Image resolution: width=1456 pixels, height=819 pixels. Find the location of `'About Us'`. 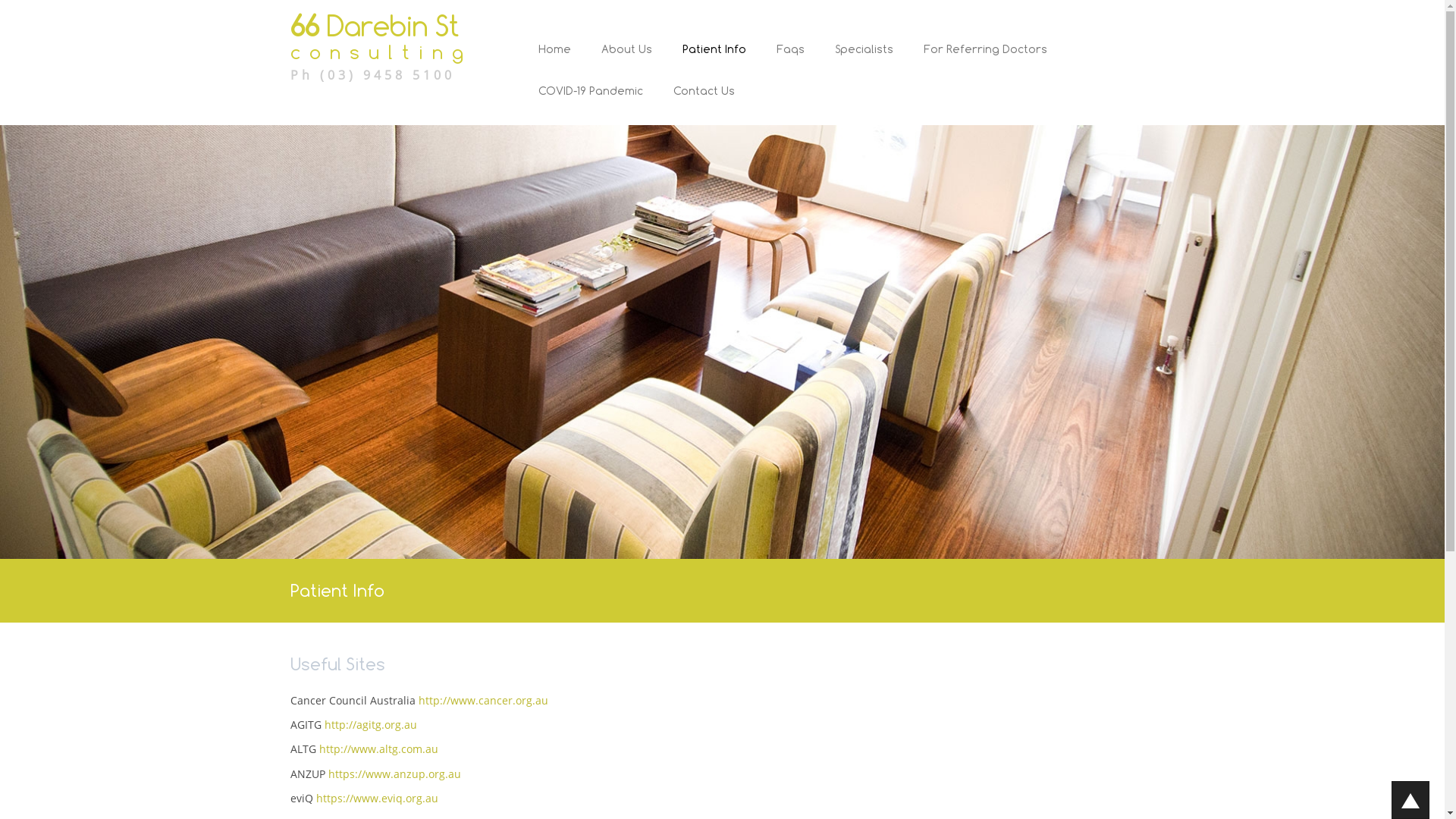

'About Us' is located at coordinates (585, 61).